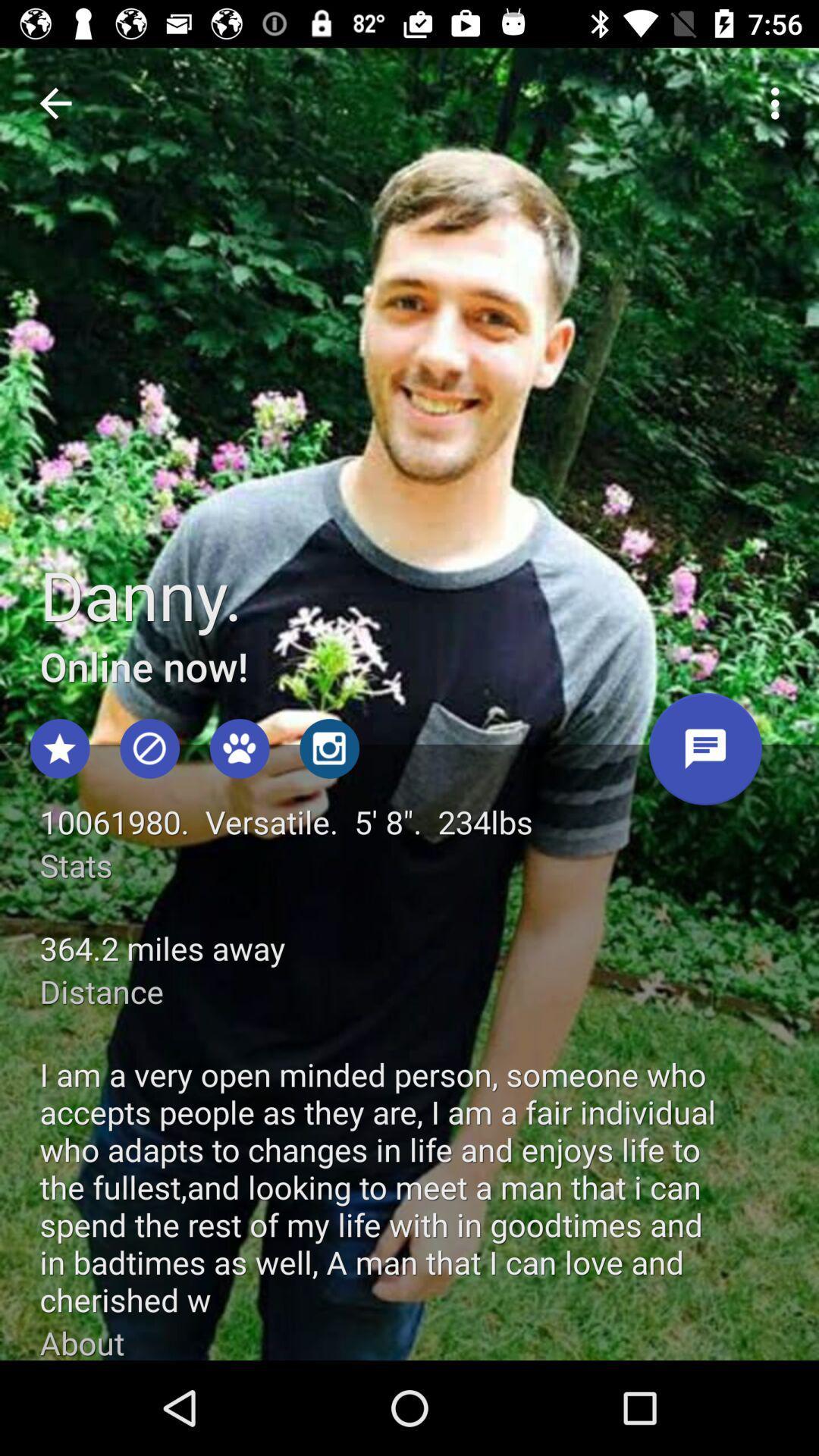 The height and width of the screenshot is (1456, 819). I want to click on send a message, so click(705, 755).